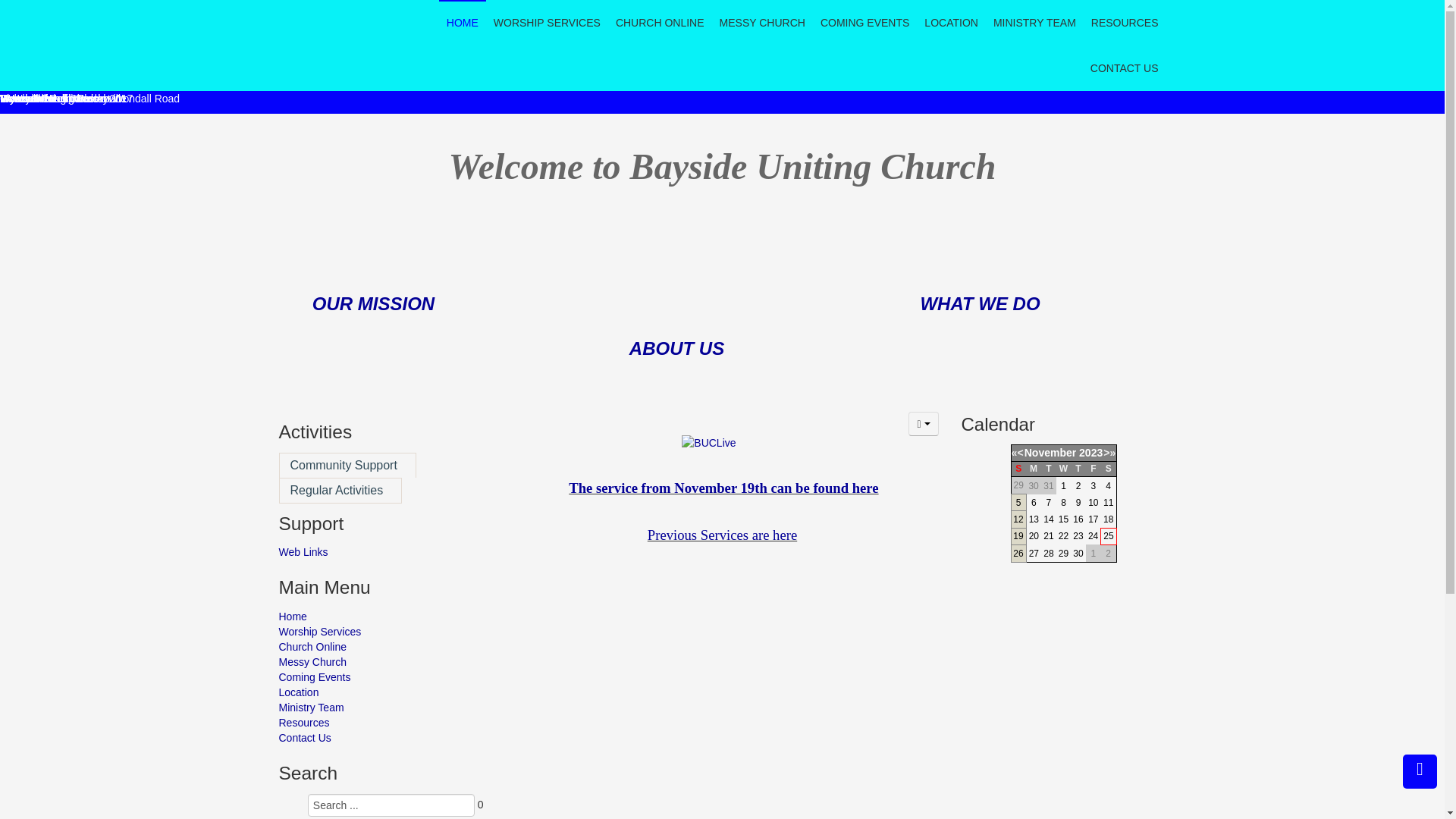 This screenshot has width=1456, height=819. What do you see at coordinates (381, 692) in the screenshot?
I see `'Location'` at bounding box center [381, 692].